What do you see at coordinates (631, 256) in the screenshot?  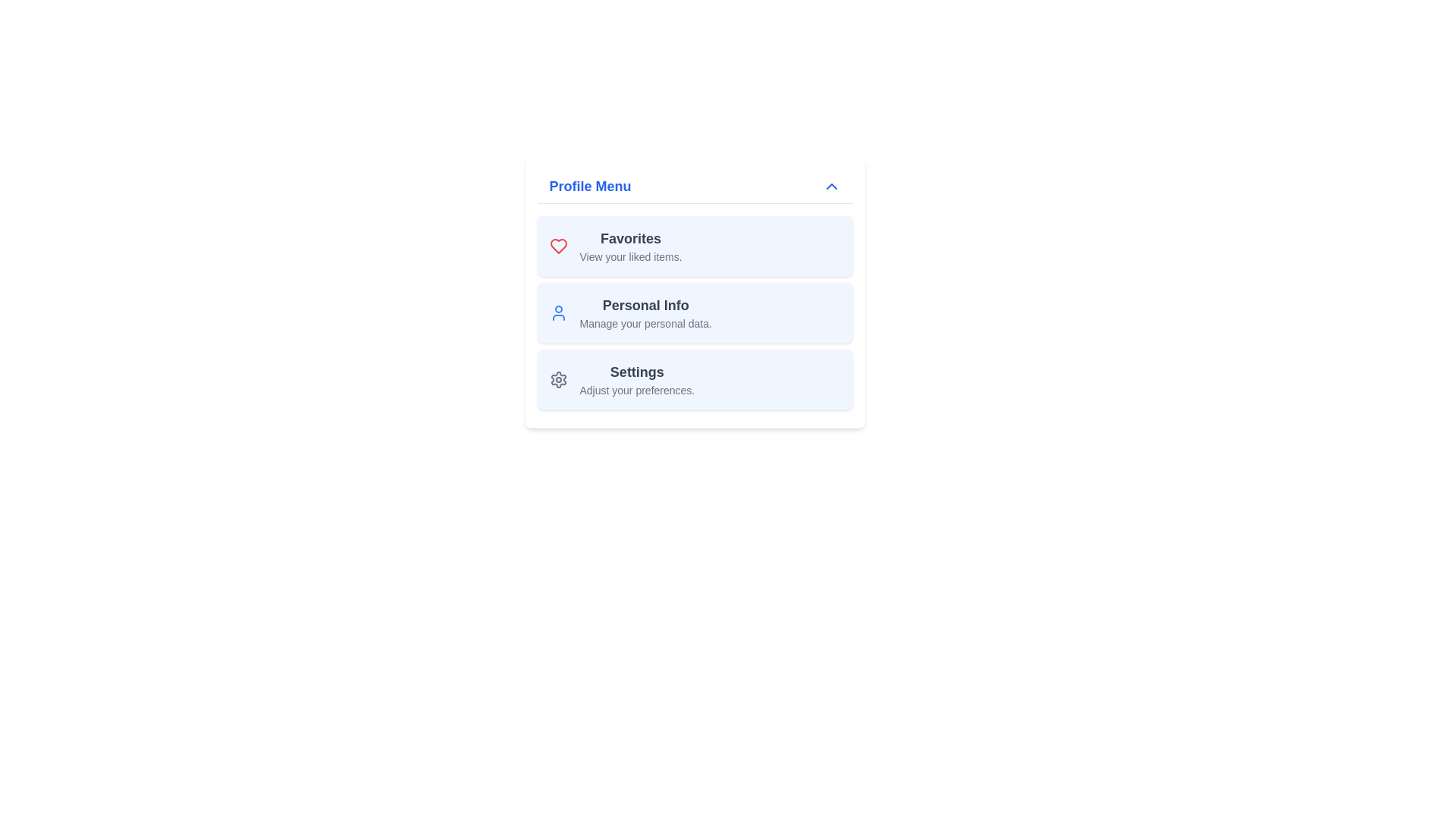 I see `the descriptive text label that clarifies the 'Favorites' section in the profile menu interface, located directly below the 'Favorites' label` at bounding box center [631, 256].